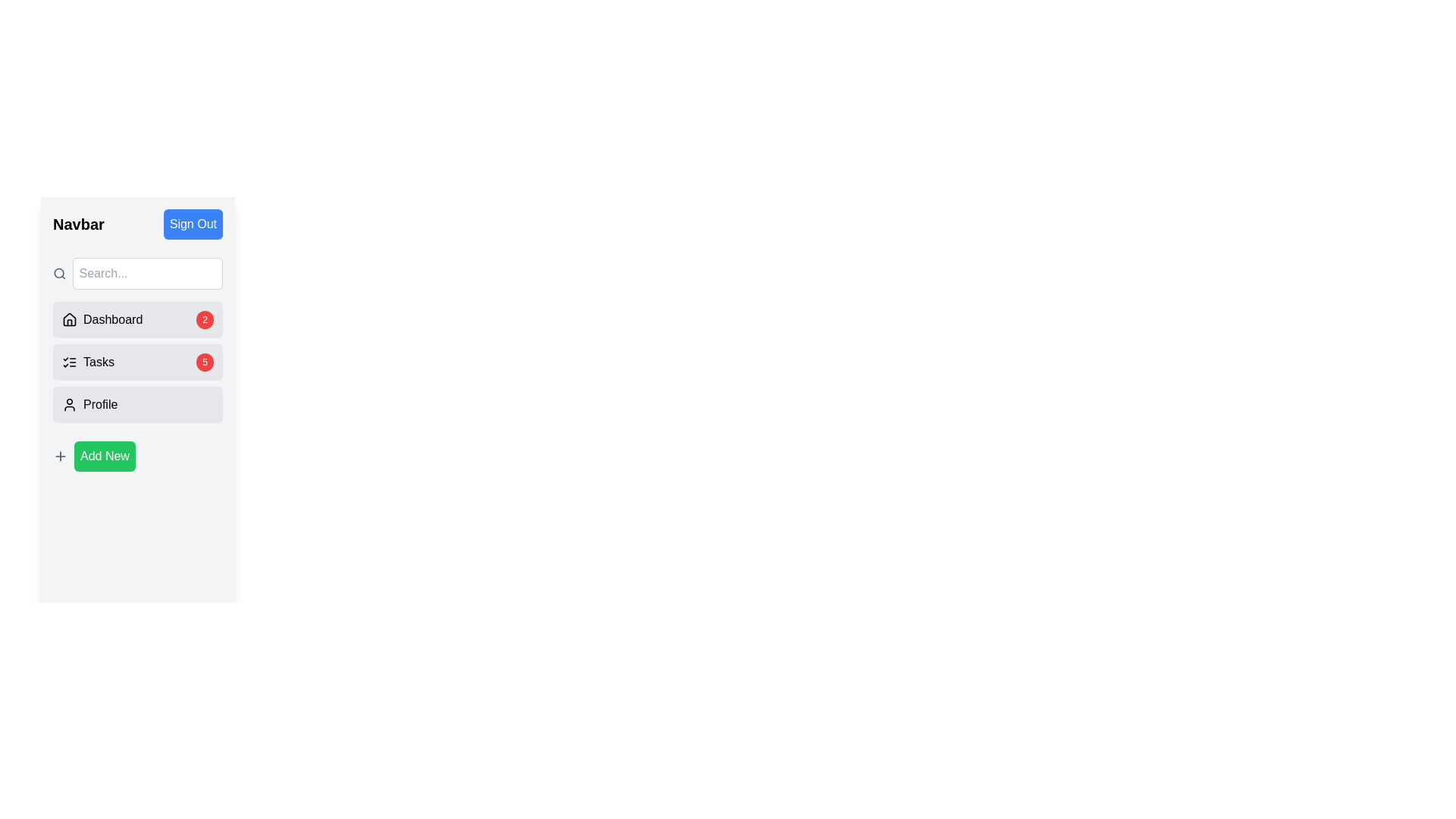  I want to click on the search icon, which features a circular outline and a magnifying glass, located next to the text input field in the vertical navigation panel, so click(59, 274).